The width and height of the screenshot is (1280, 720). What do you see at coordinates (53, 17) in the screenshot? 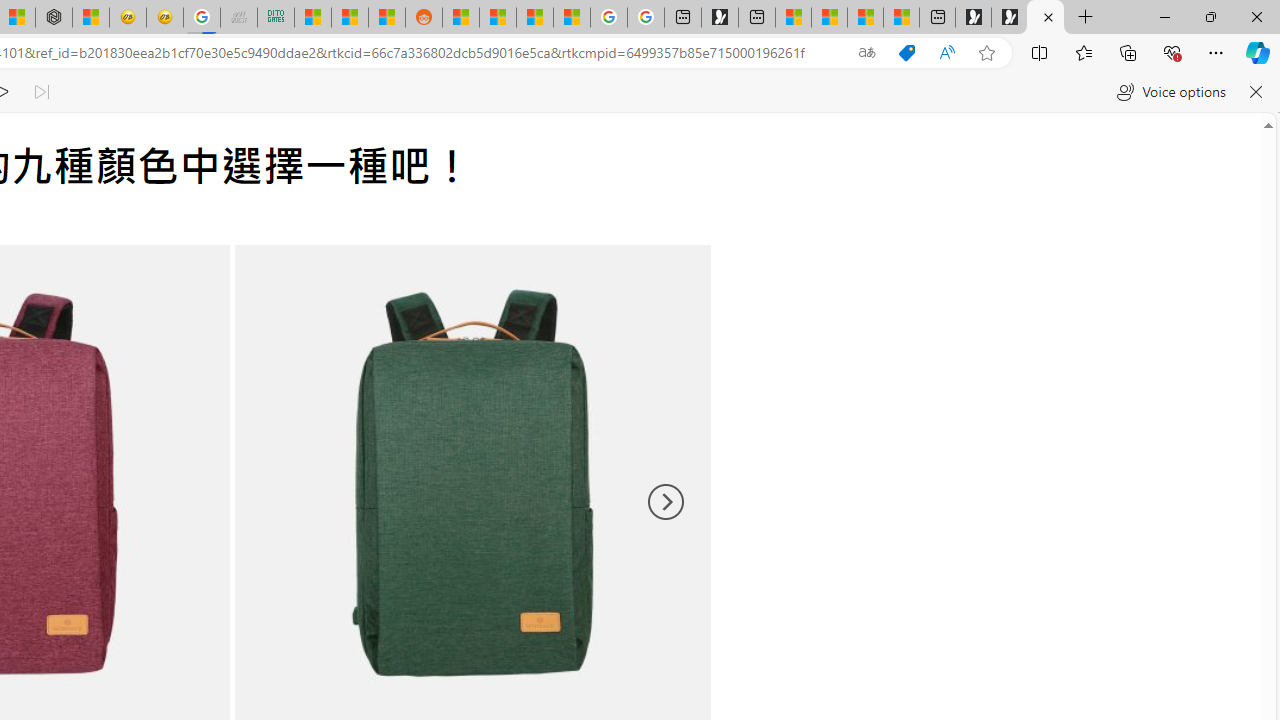
I see `'Nordace - #1 Japanese Best-Seller - Siena Smart Backpack'` at bounding box center [53, 17].